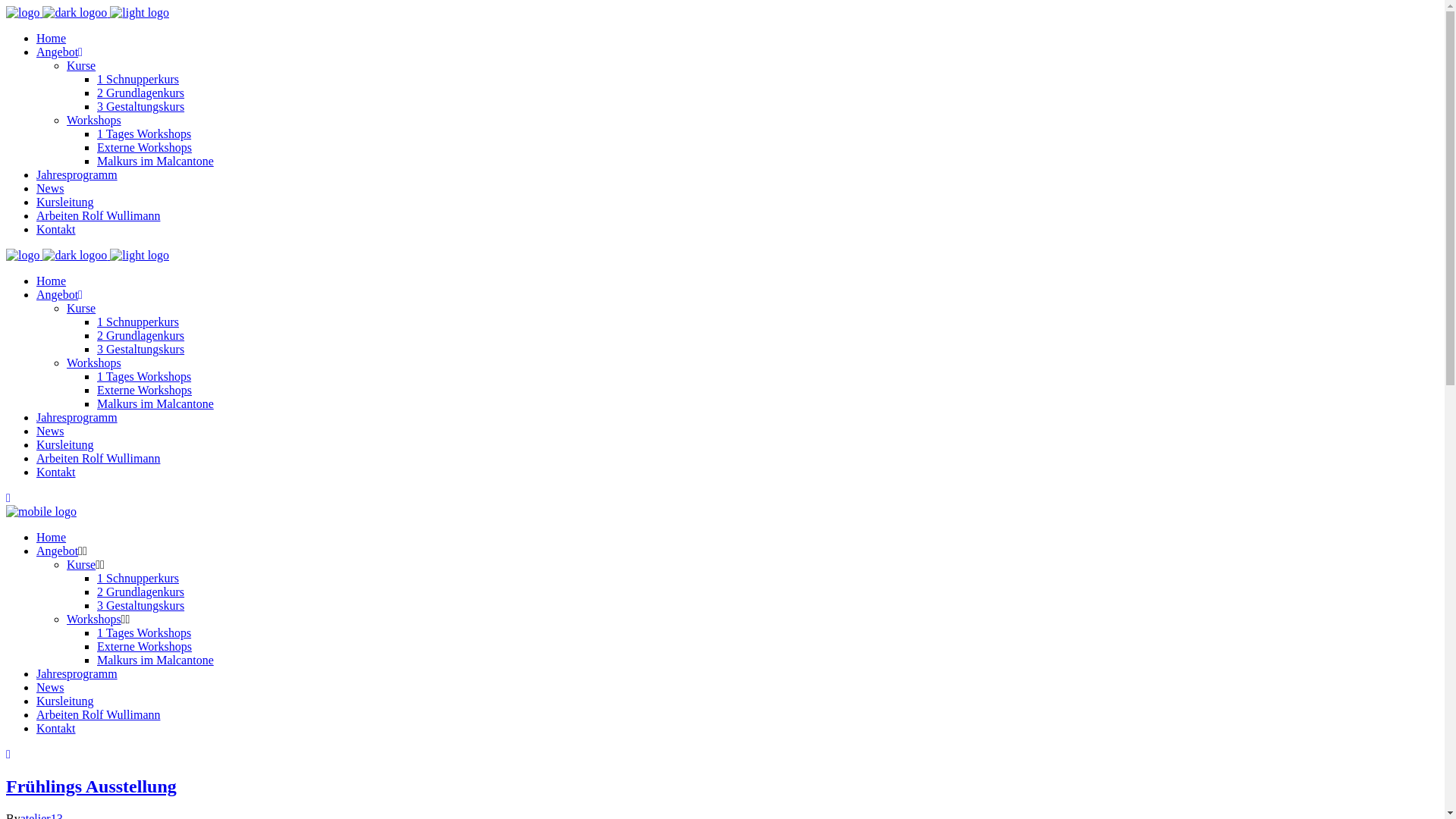 The height and width of the screenshot is (819, 1456). I want to click on 'Malkurs im Malcantone', so click(155, 659).